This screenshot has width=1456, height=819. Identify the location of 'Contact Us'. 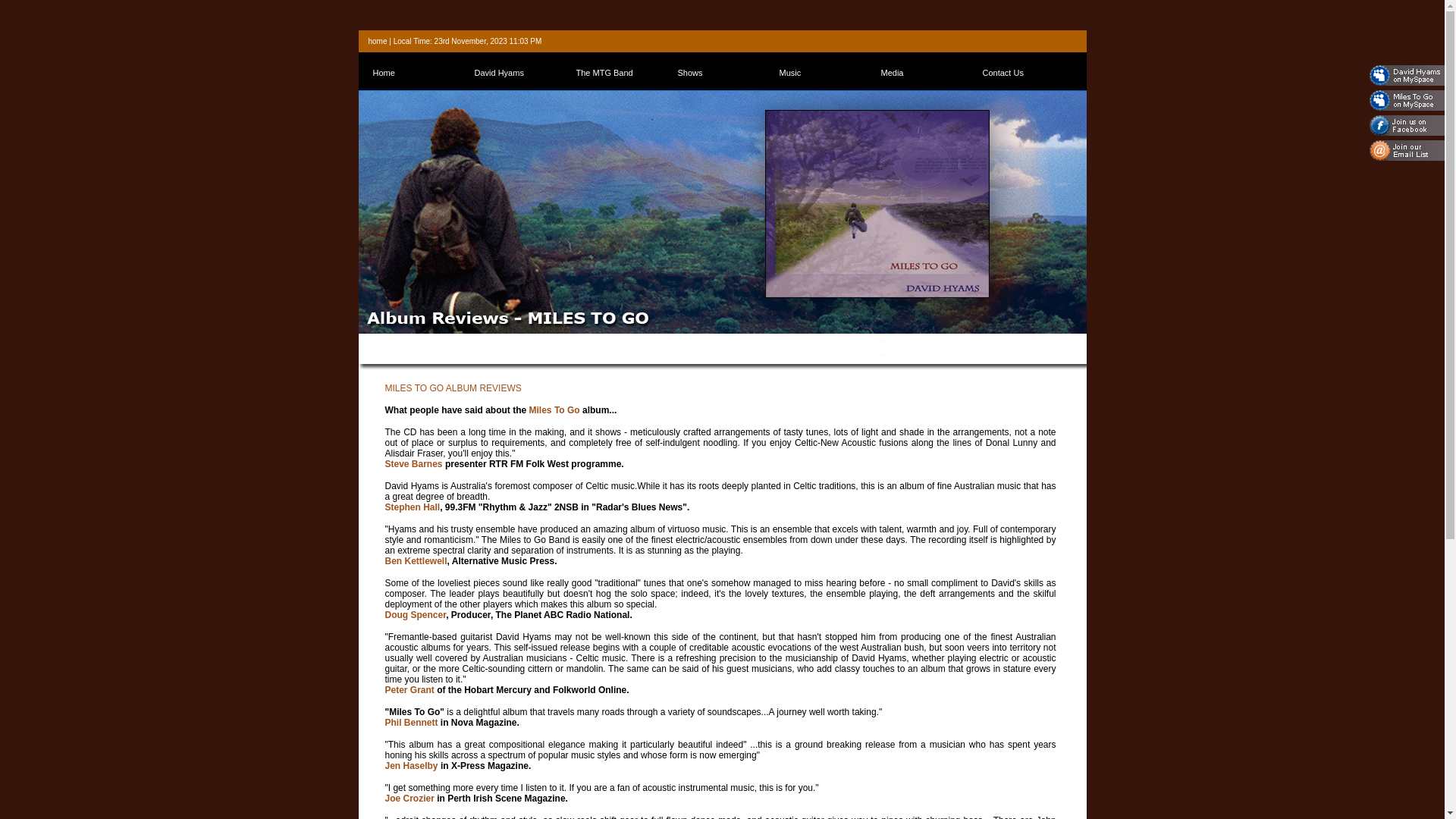
(1028, 73).